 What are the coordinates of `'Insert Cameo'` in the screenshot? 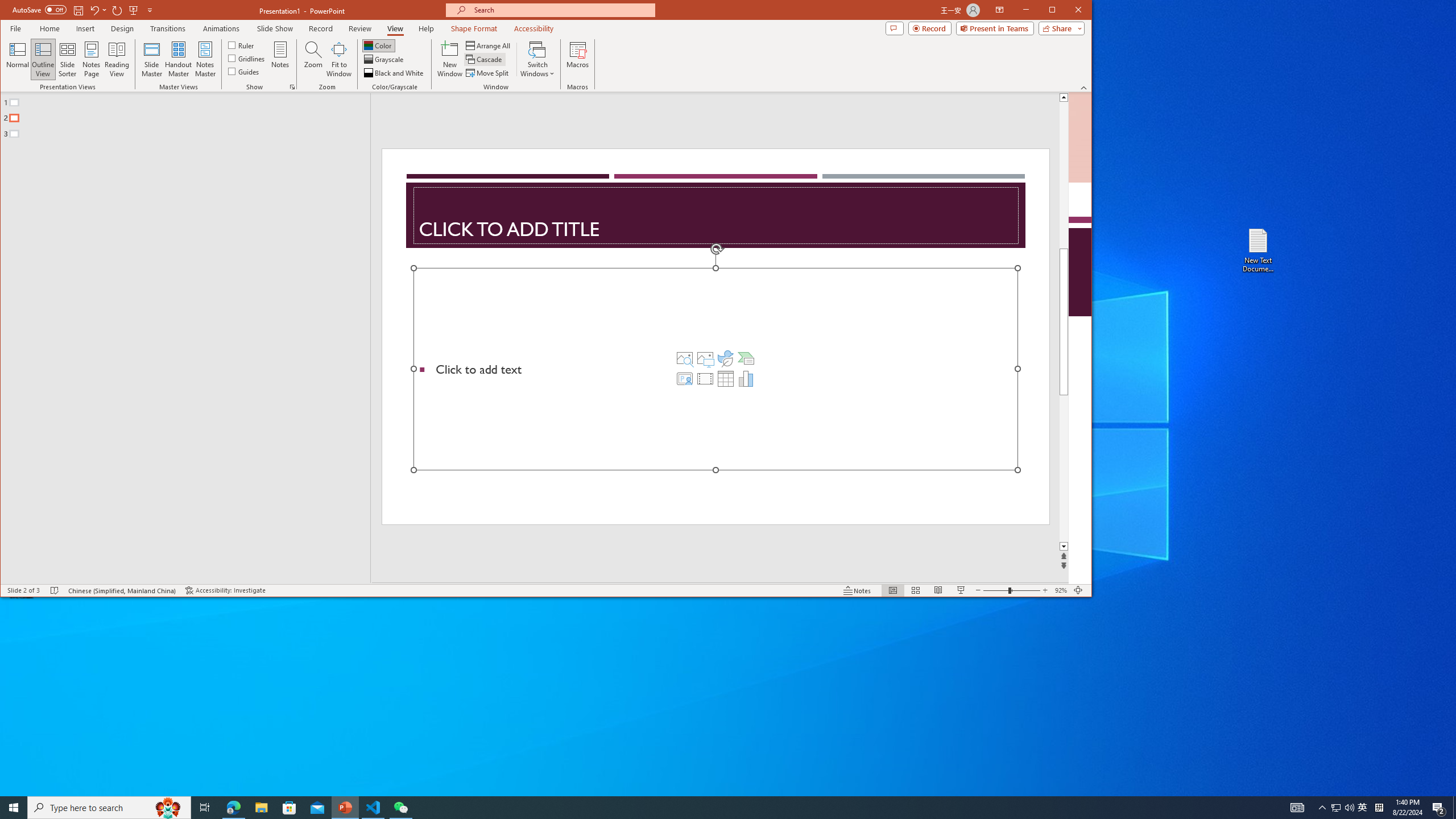 It's located at (684, 379).